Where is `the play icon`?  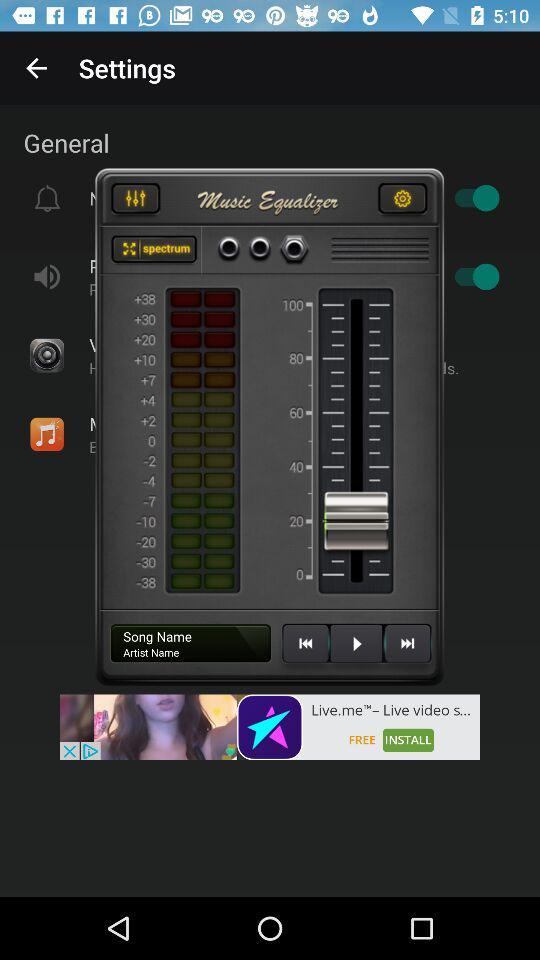 the play icon is located at coordinates (355, 650).